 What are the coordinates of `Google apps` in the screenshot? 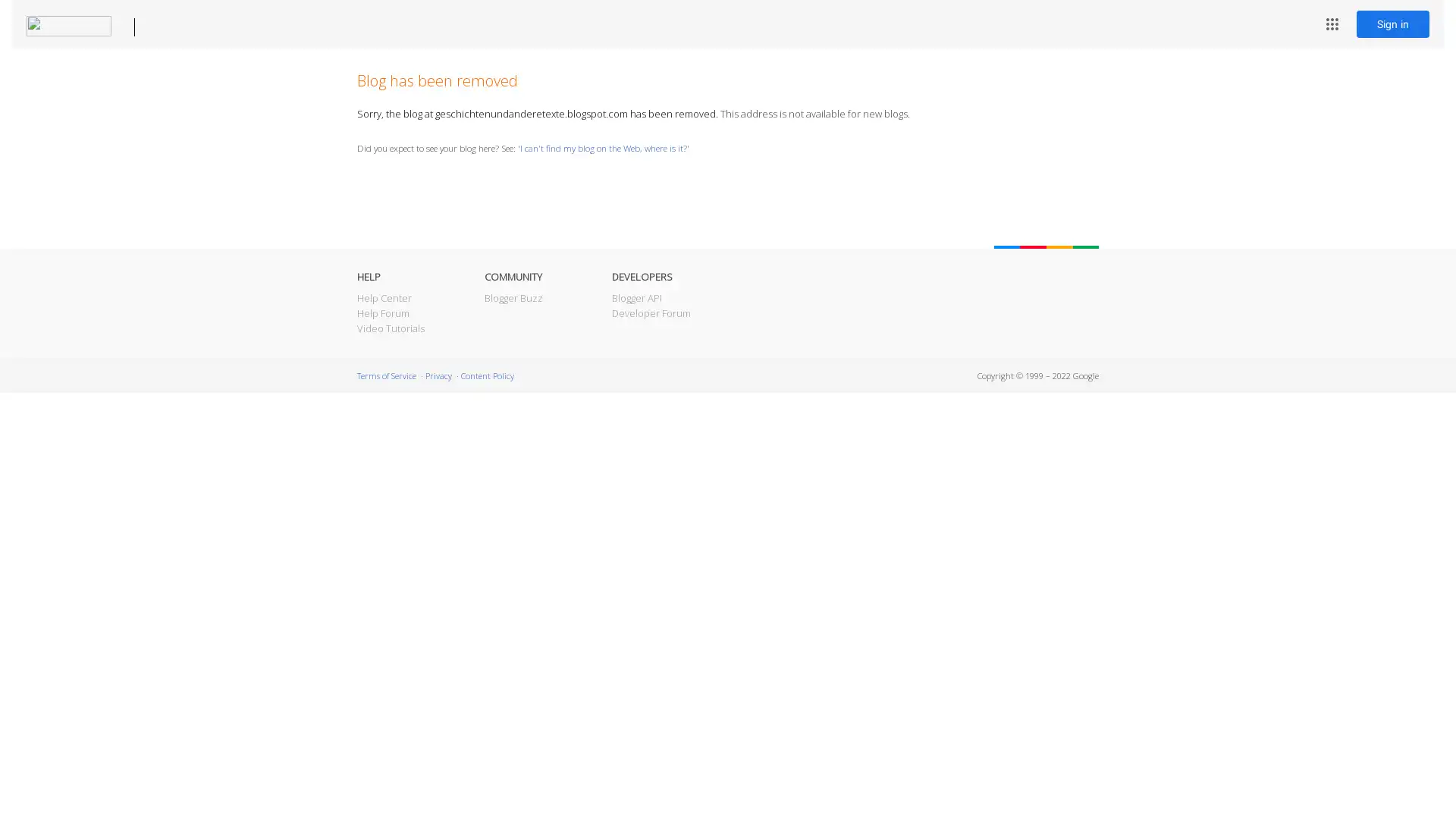 It's located at (1331, 24).